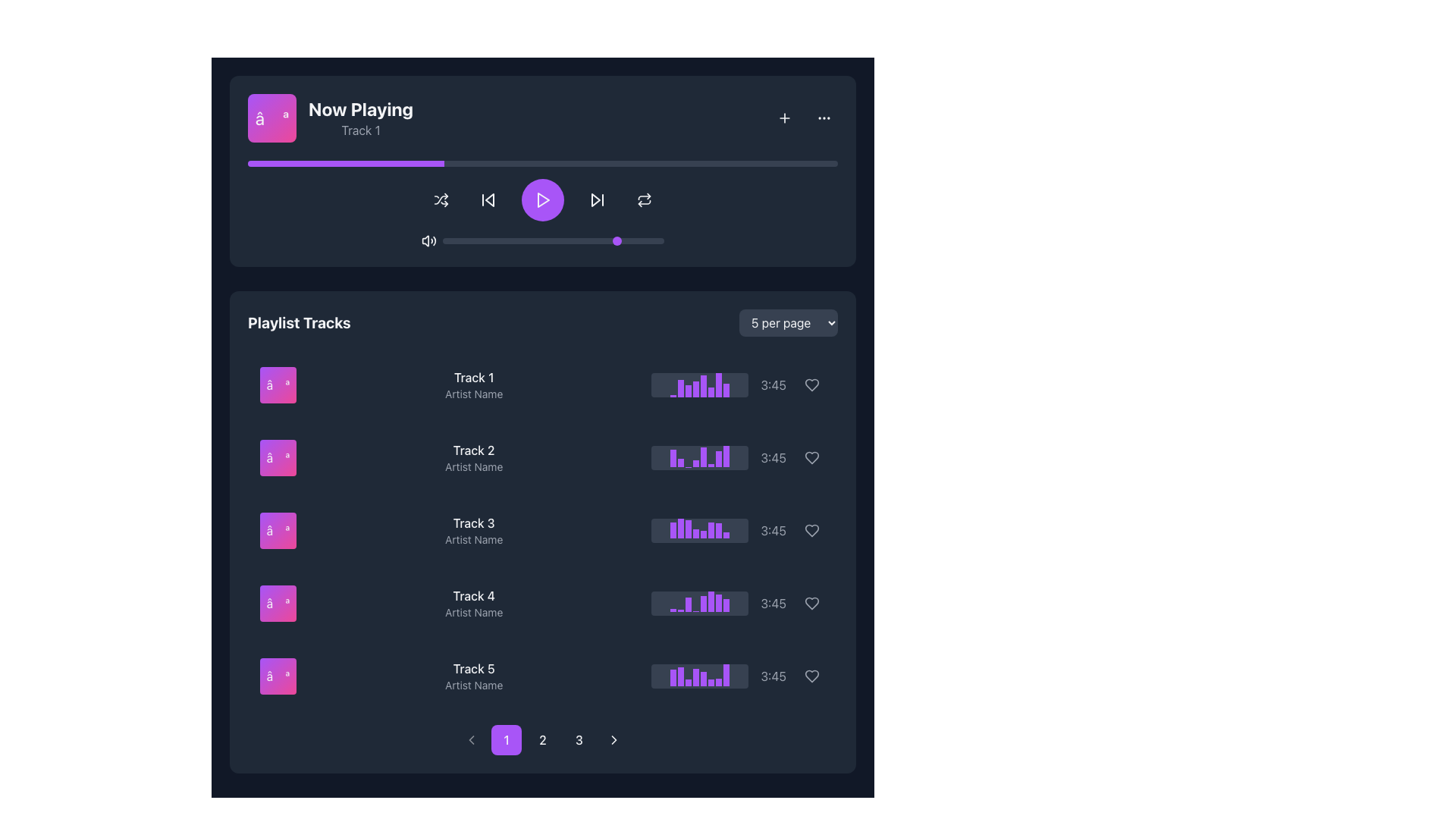 The height and width of the screenshot is (819, 1456). What do you see at coordinates (278, 675) in the screenshot?
I see `the square icon with a gradient background transitioning from purple to pink, which displays a musical note icon, located in the 'Playlist Tracks' section, fifth from the top, to the left of 'Track 5' and 'Artist Name'` at bounding box center [278, 675].